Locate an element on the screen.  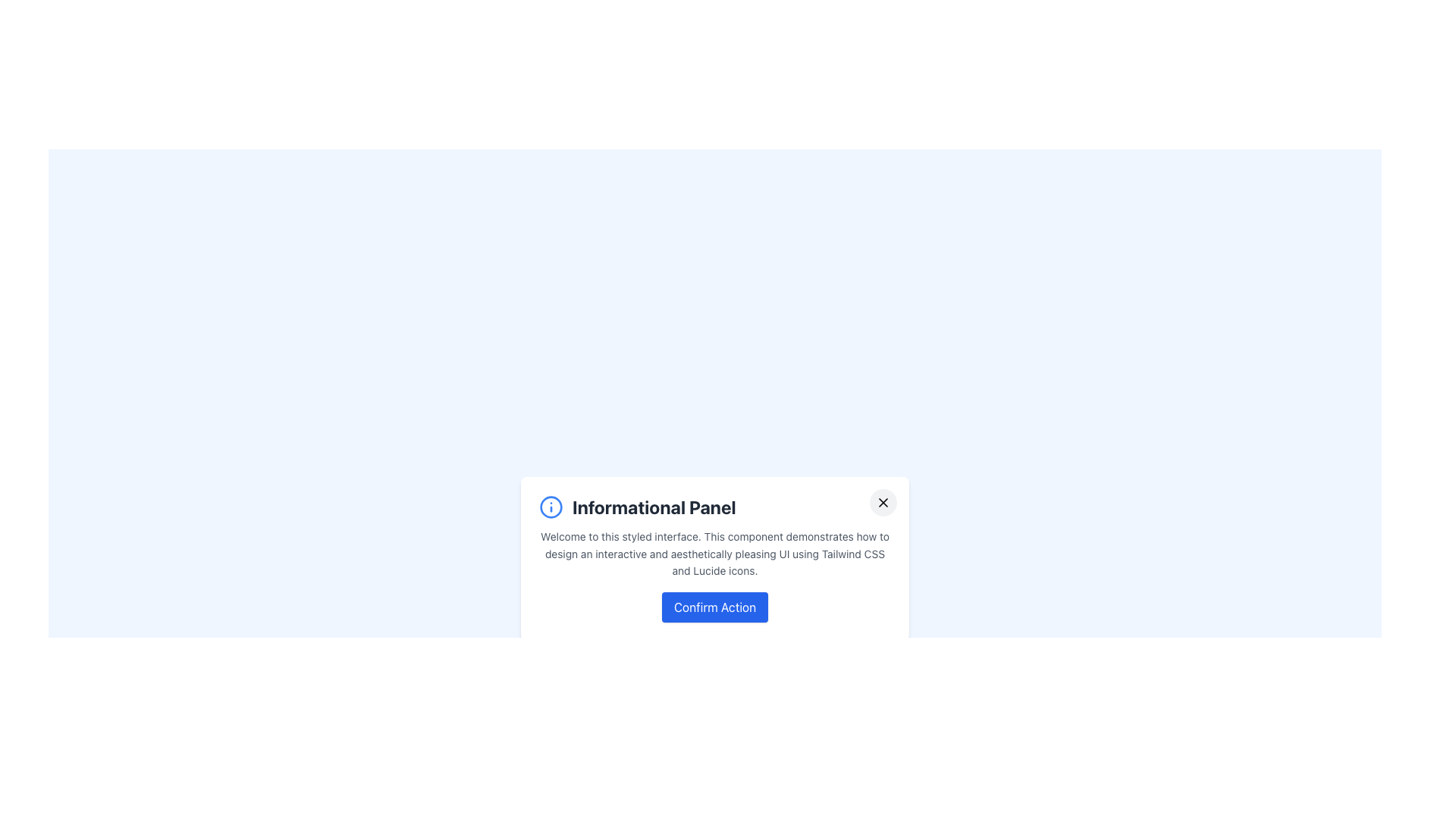
the circular outline with a blue border located in the top-left corner of the informational panel within the SVG graphic is located at coordinates (550, 506).